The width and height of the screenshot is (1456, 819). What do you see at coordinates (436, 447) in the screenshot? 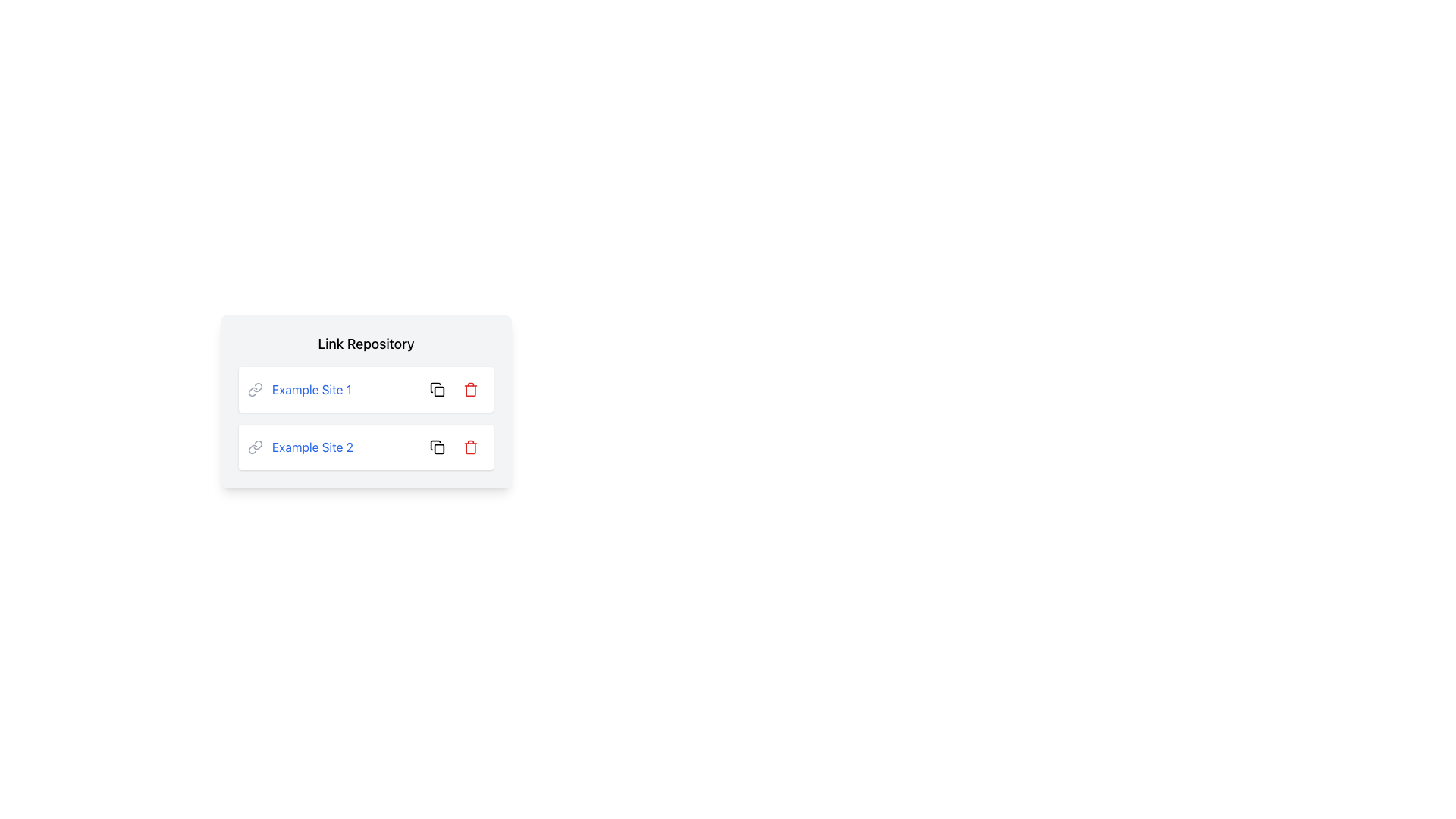
I see `the copy icon, which is the second icon in the list row for 'Example Site 2' under 'Link Repository'` at bounding box center [436, 447].